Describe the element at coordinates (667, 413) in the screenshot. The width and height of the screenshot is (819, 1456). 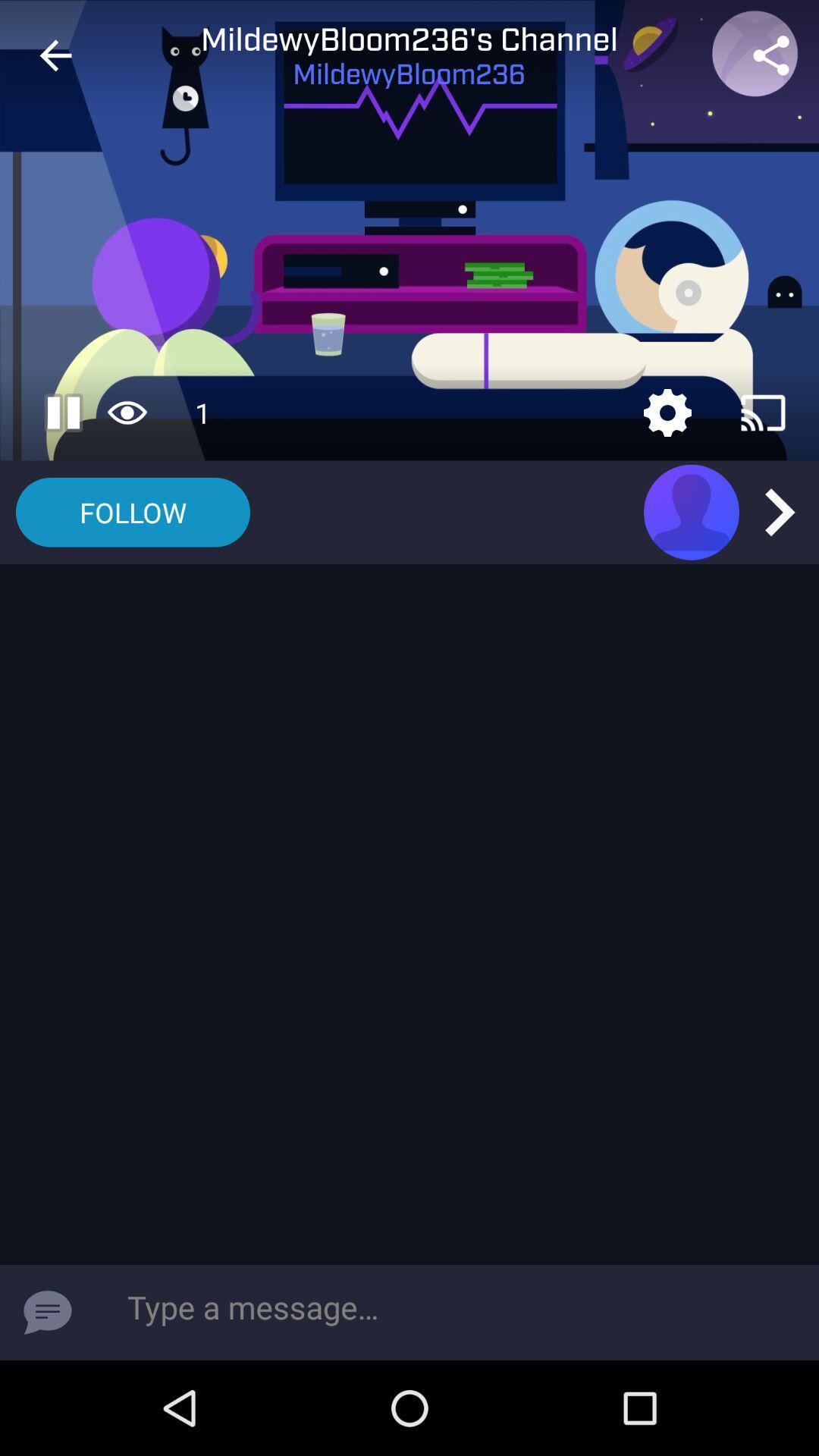
I see `settings` at that location.